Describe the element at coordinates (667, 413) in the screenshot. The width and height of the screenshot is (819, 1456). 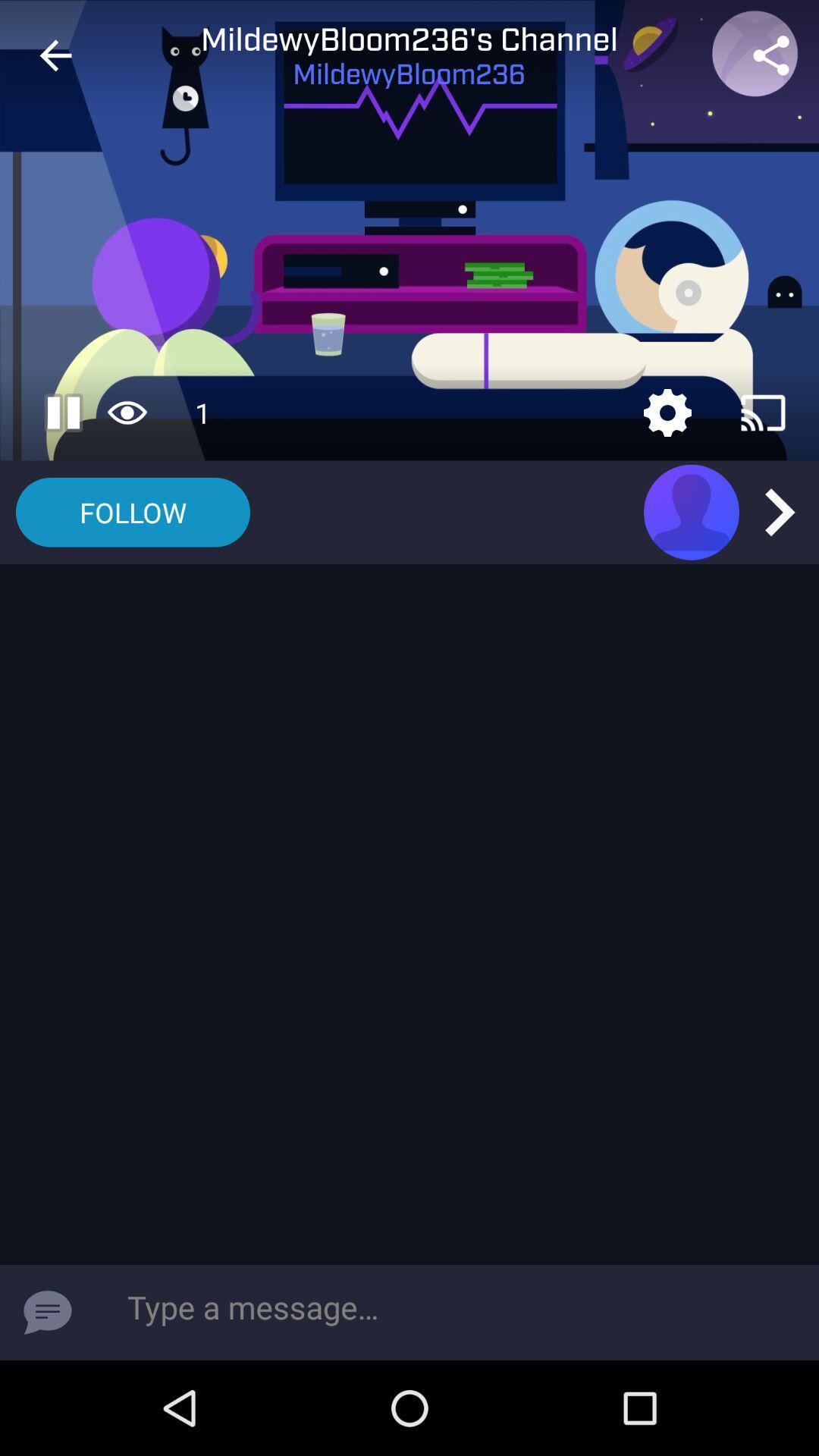
I see `settings` at that location.